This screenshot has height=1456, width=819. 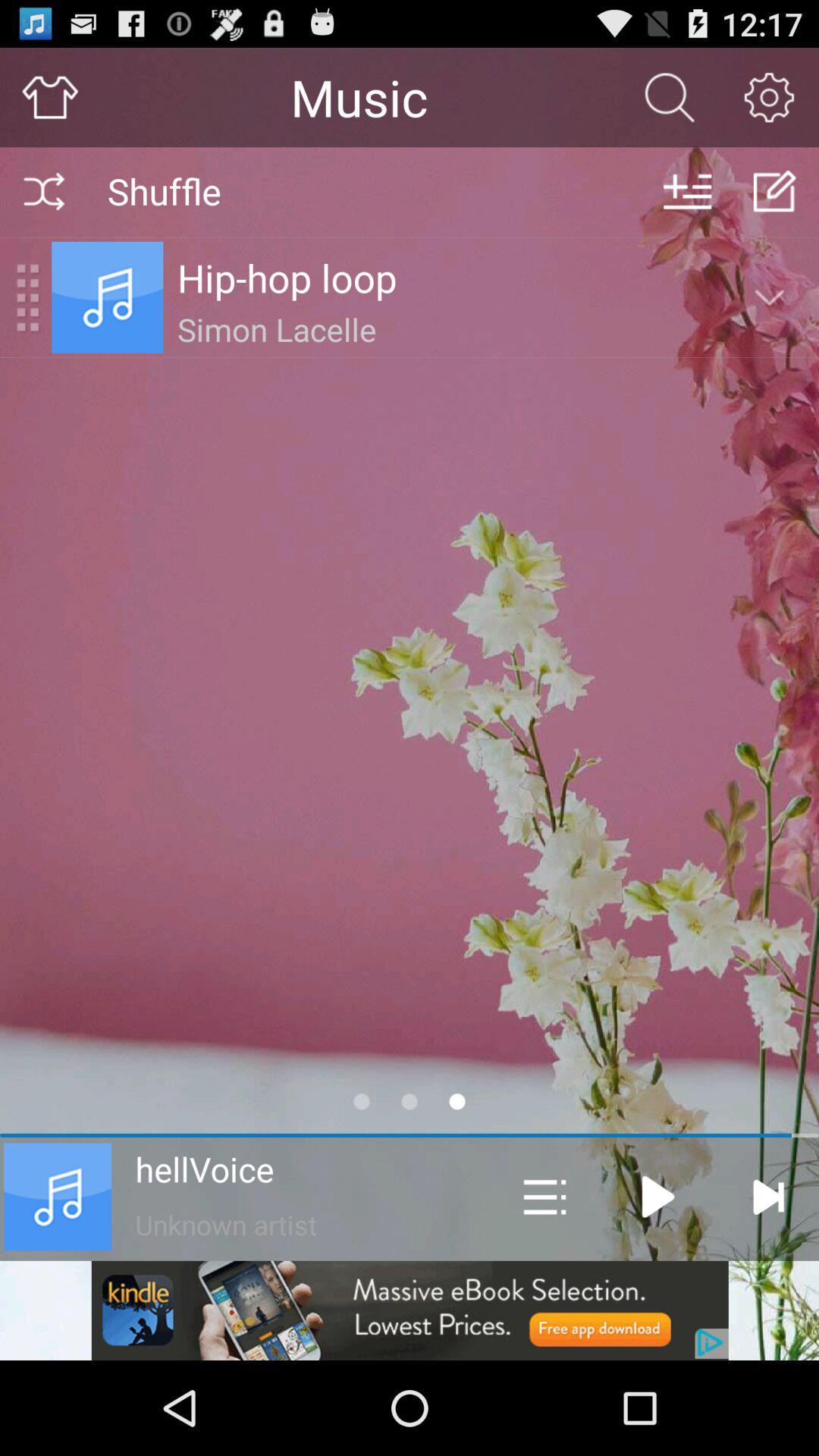 What do you see at coordinates (669, 96) in the screenshot?
I see `search icon` at bounding box center [669, 96].